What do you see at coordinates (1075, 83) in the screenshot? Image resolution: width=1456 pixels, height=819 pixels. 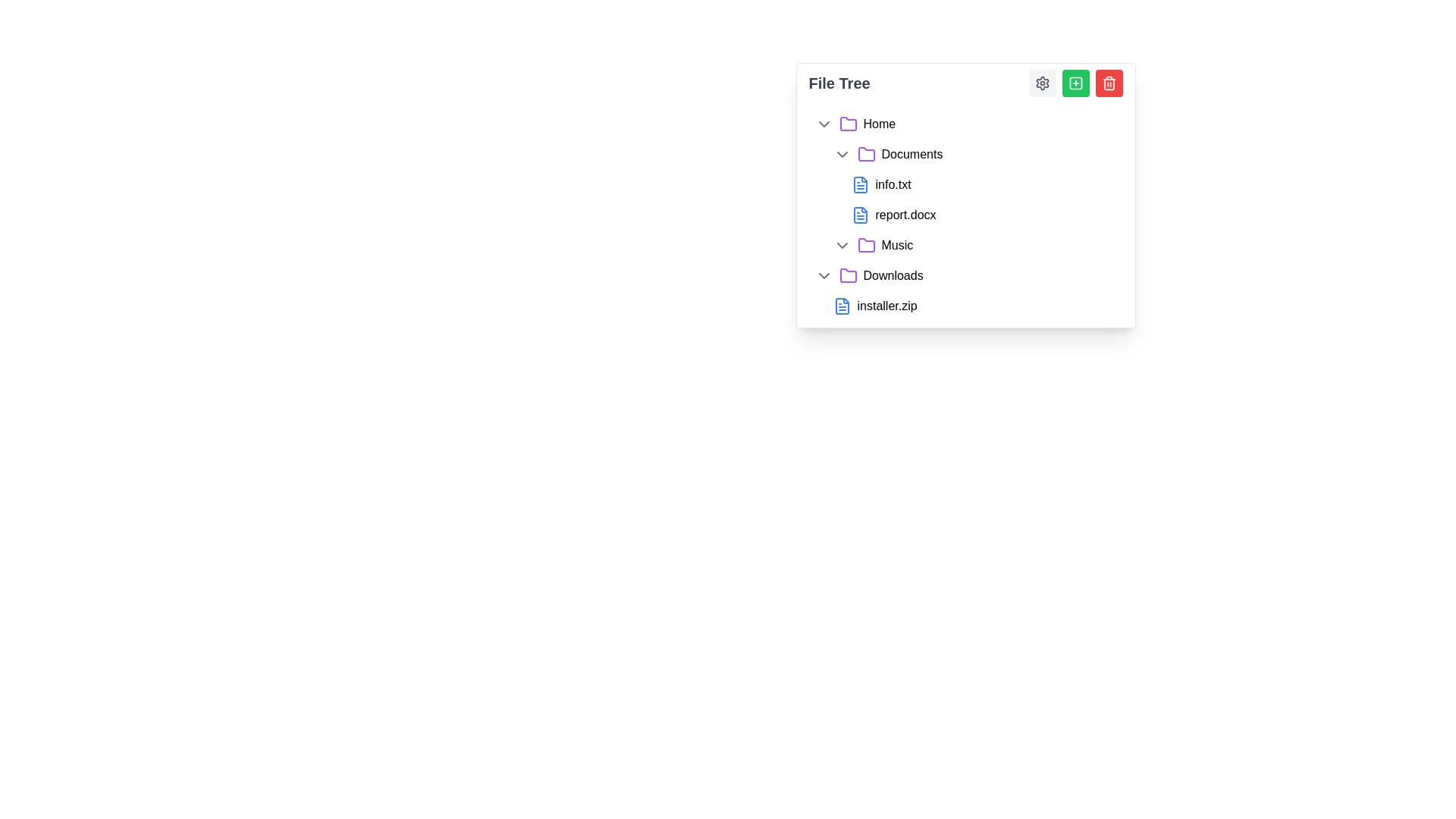 I see `the square icon button with a plus sign in the center, located at the top-right corner of the file tree component` at bounding box center [1075, 83].